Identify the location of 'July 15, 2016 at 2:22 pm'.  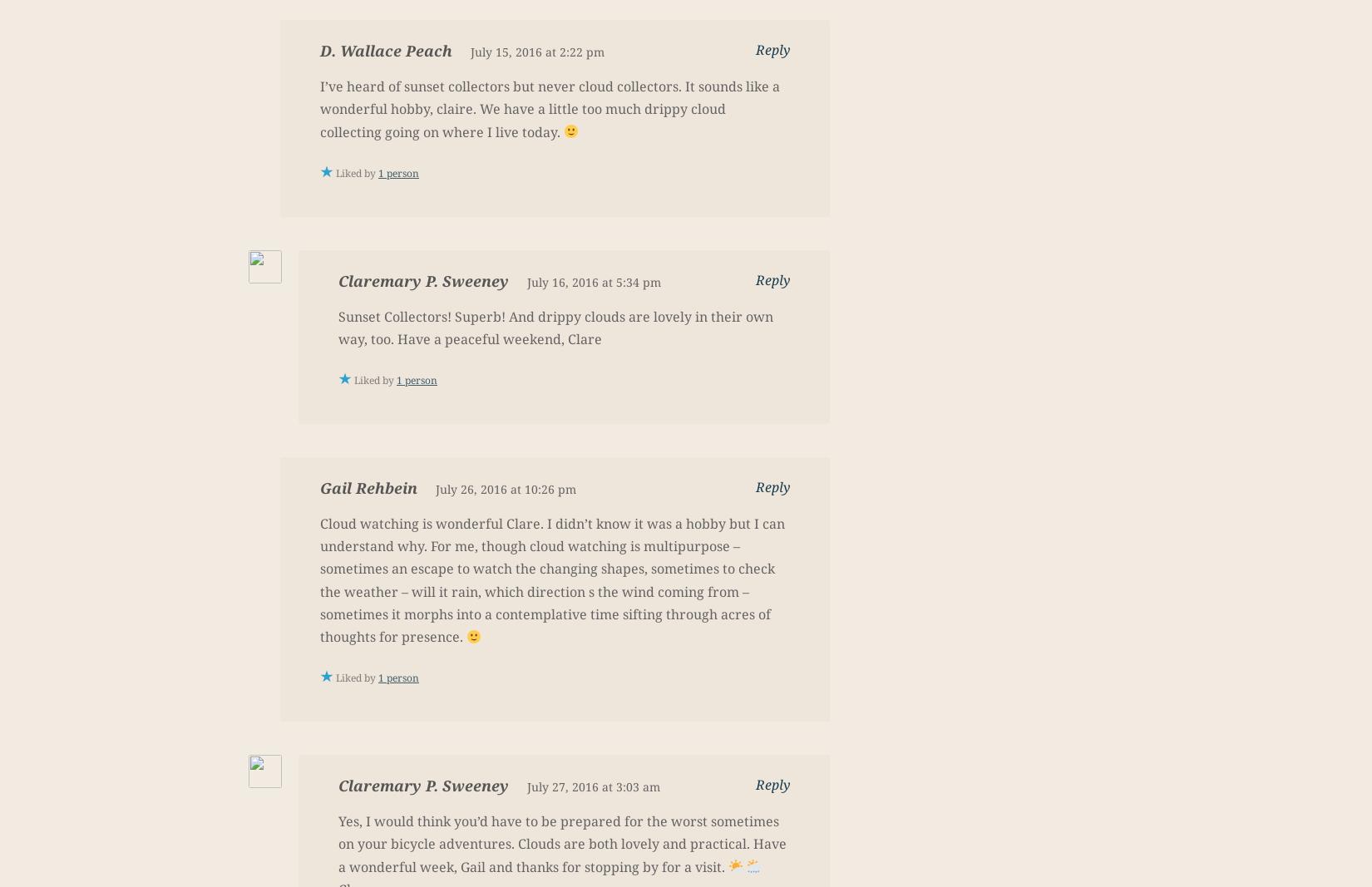
(536, 51).